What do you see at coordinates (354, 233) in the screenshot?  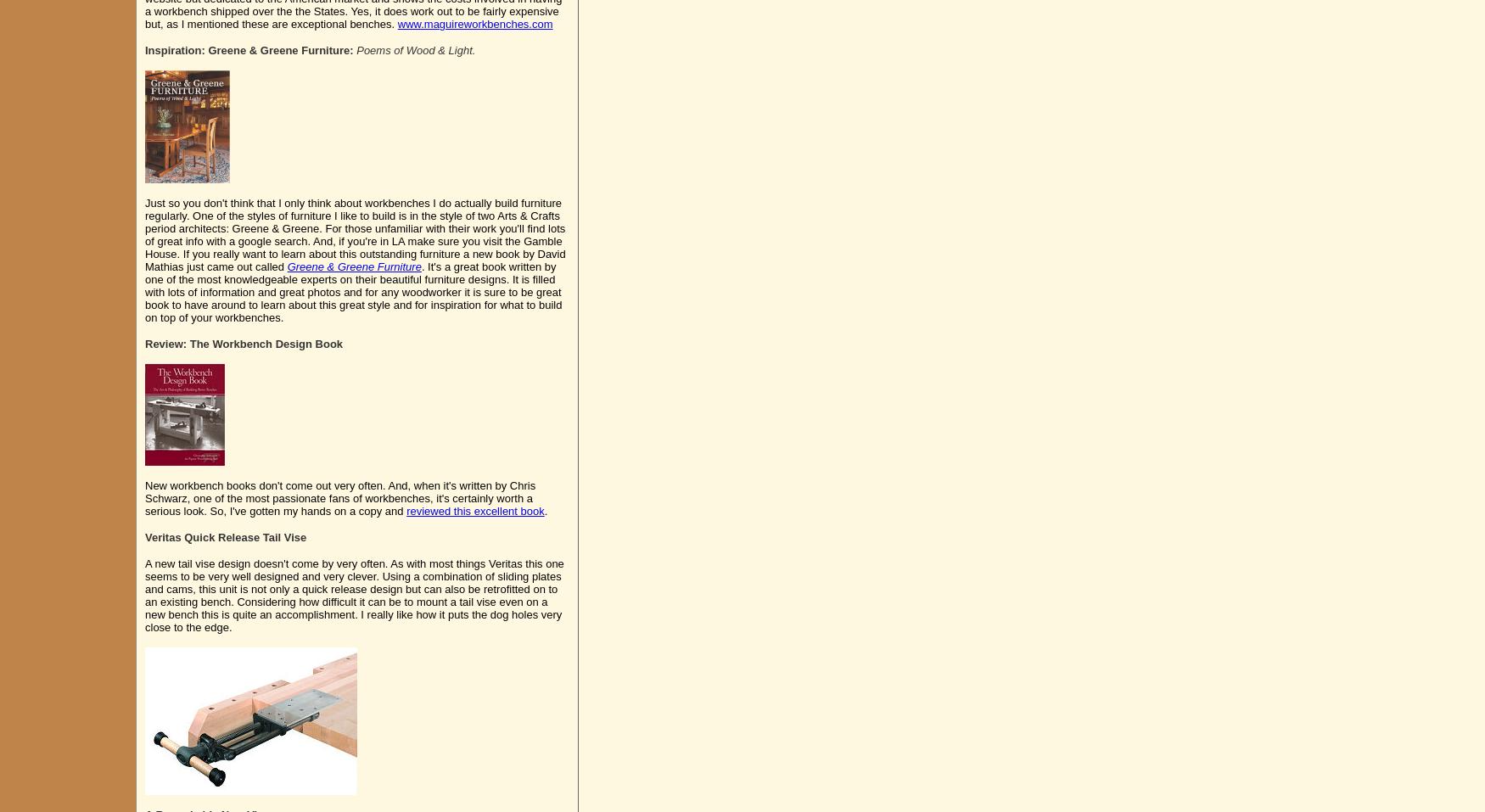 I see `'Just so you don't think that I only think about workbenches I do actually build furniture regularly. One of the styles of furniture I like to build is in the style of two Arts & Crafts period architects: Greene & Greene. For those unfamiliar with their work you'll find lots of great info with a google search. And, if you're in LA make sure you visit the Gamble House. If you really want to learn about this outstanding furniture a new book by David Mathias just came out called'` at bounding box center [354, 233].